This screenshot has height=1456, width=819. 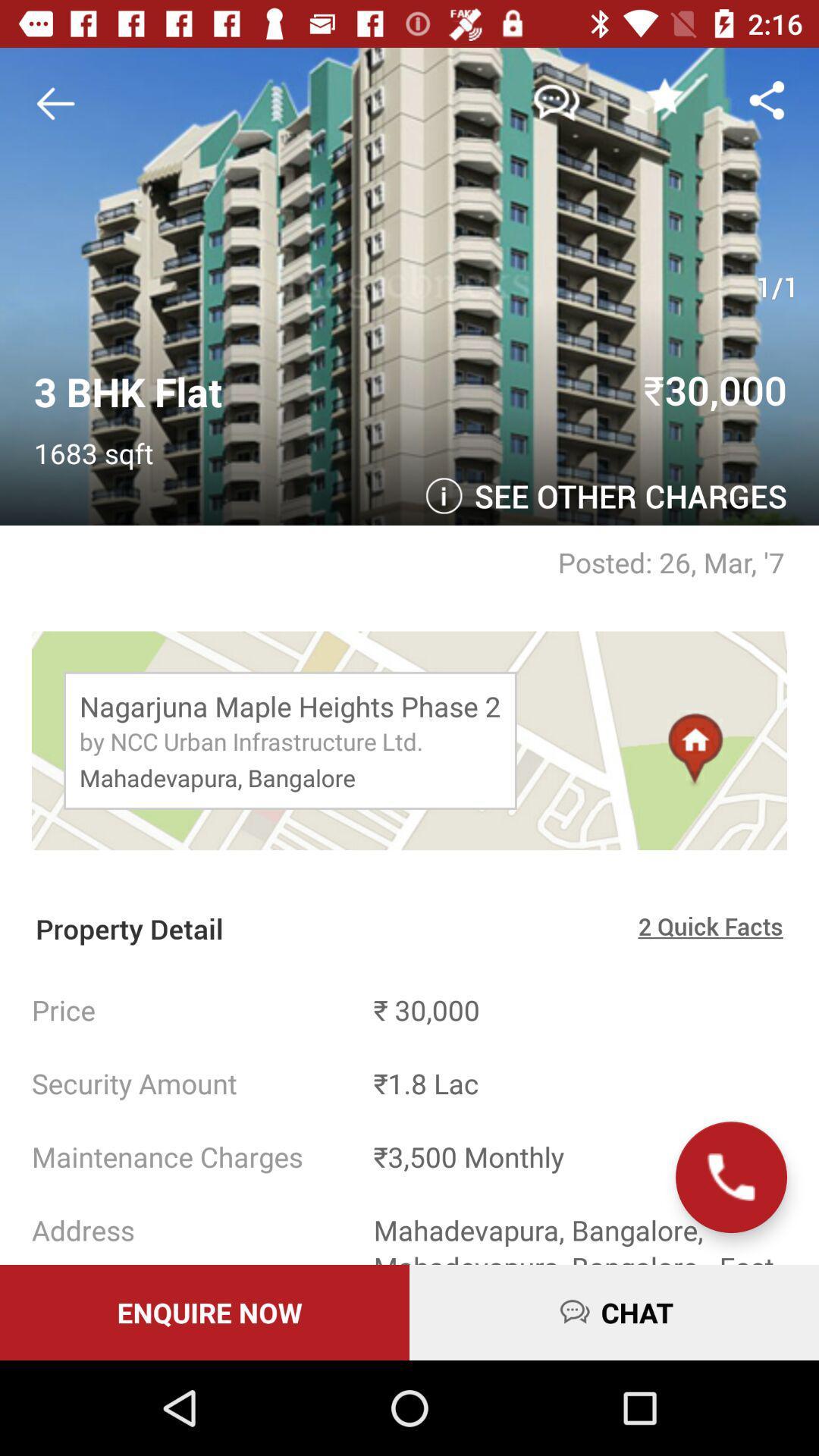 What do you see at coordinates (767, 99) in the screenshot?
I see `share listing` at bounding box center [767, 99].